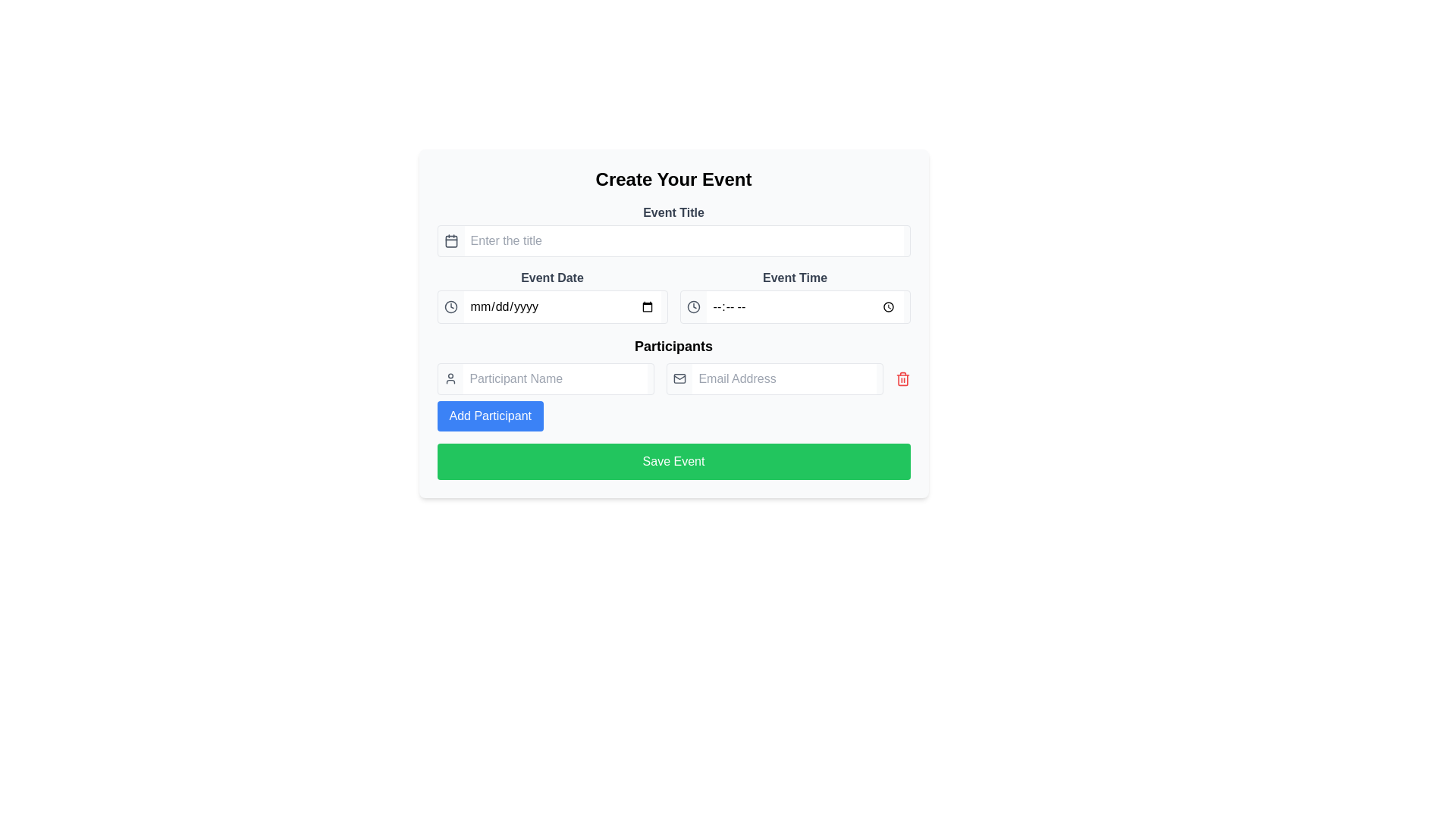 This screenshot has height=819, width=1456. I want to click on the clock icon located to the left of the time input field in the 'Event Time' section, so click(692, 307).